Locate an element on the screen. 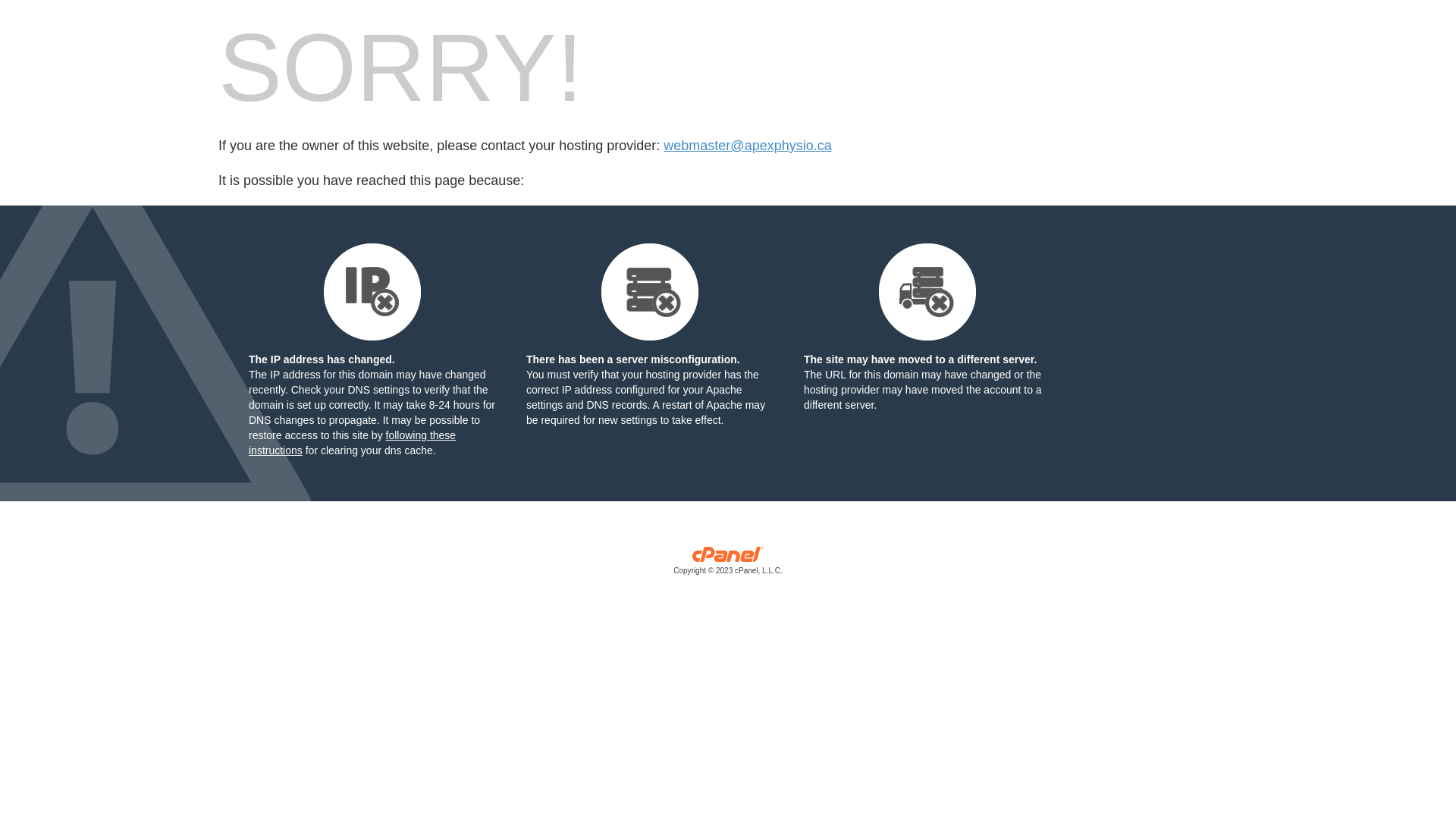 This screenshot has width=1456, height=819. 'following these instructions' is located at coordinates (248, 442).